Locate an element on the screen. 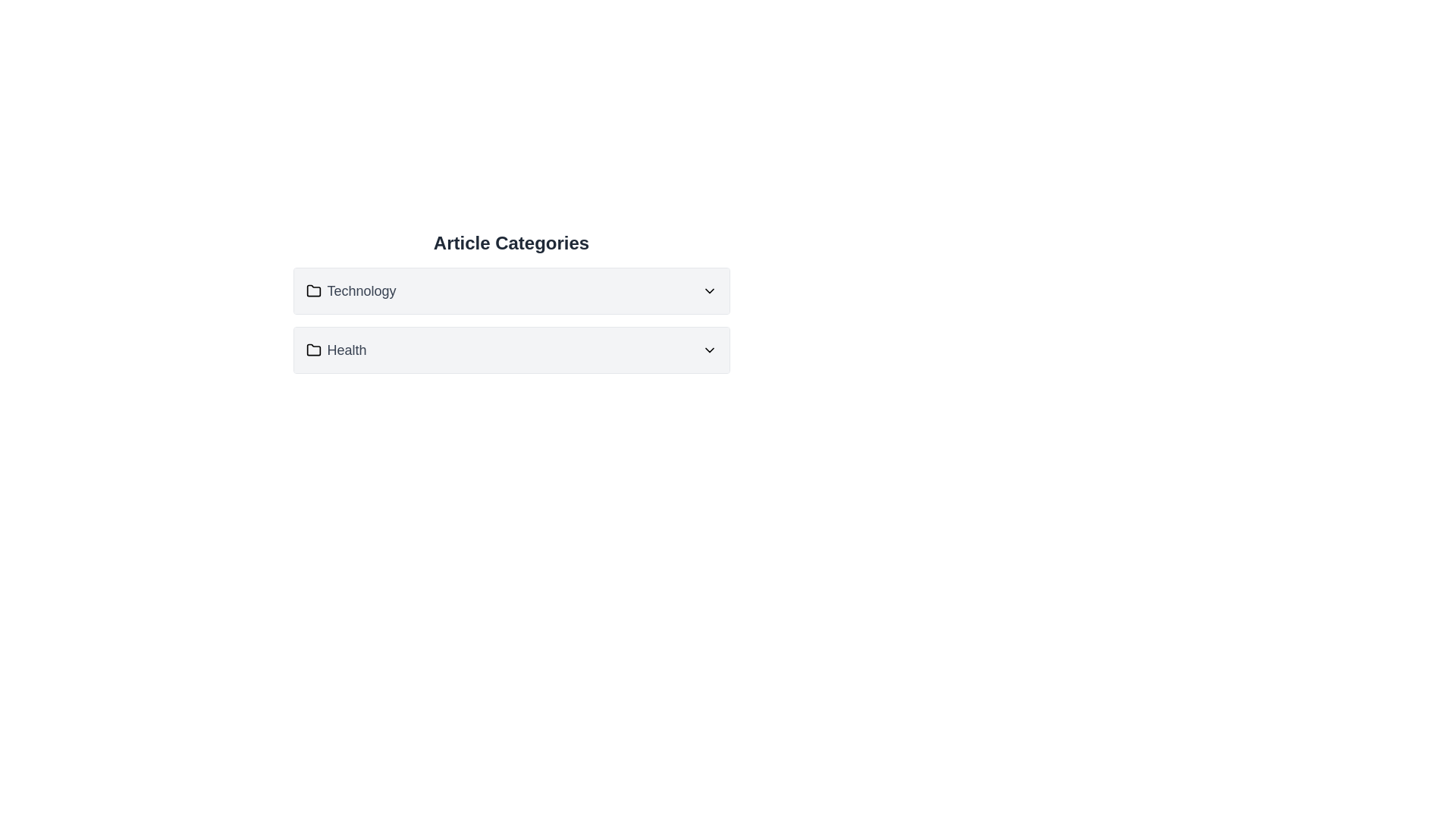  the folder icon located immediately to the left of the 'Technology' text is located at coordinates (312, 291).